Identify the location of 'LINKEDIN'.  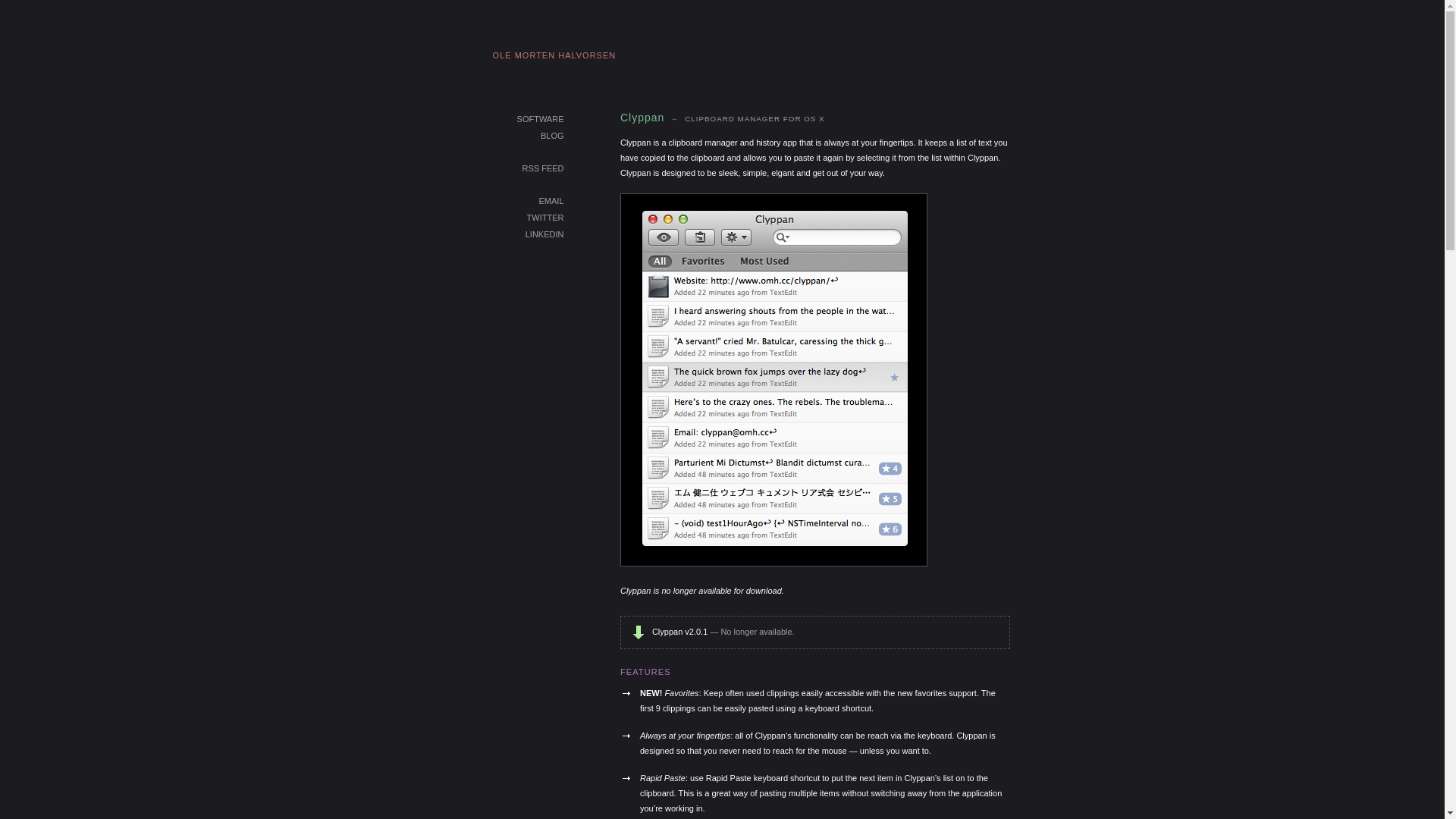
(525, 234).